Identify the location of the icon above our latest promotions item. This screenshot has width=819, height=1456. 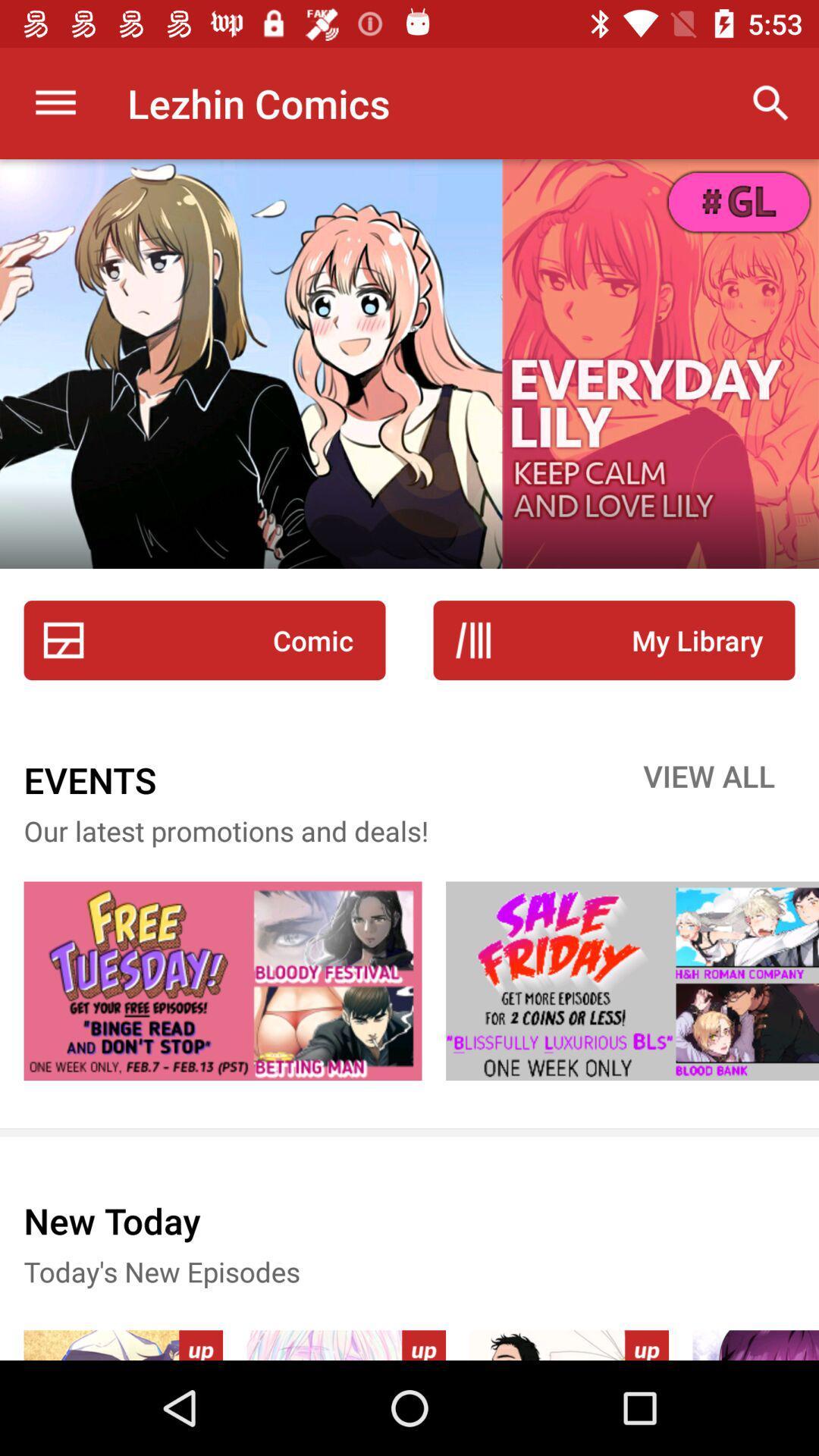
(709, 780).